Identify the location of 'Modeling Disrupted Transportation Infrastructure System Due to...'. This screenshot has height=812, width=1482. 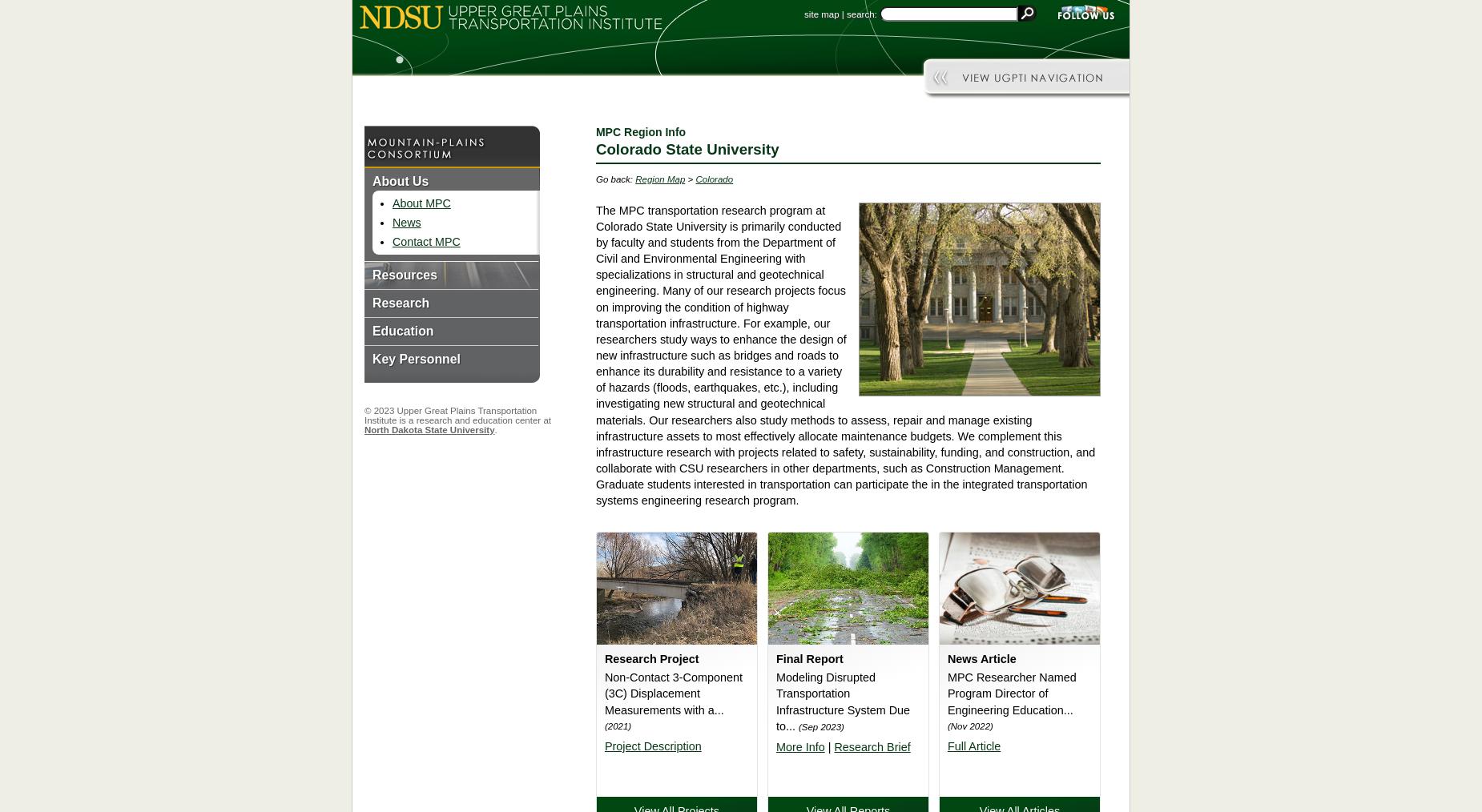
(841, 700).